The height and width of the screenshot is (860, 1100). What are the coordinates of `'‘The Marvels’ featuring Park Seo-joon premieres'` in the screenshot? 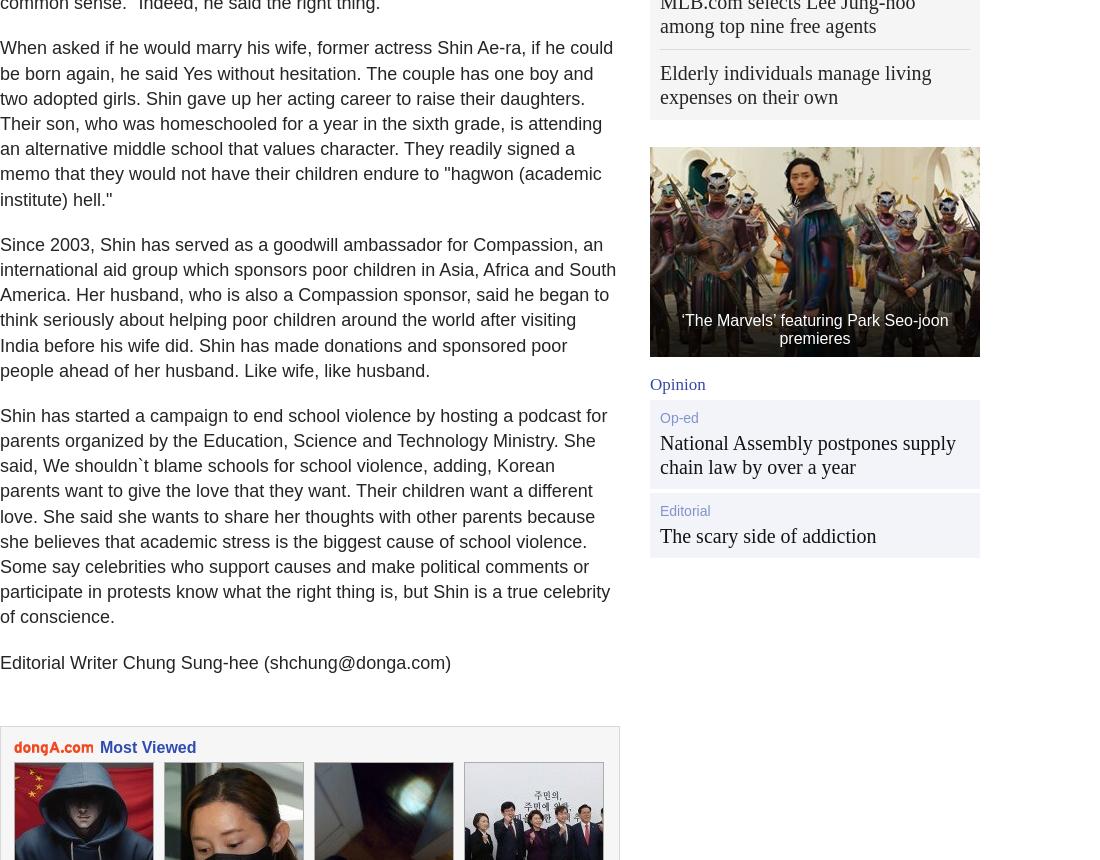 It's located at (814, 329).